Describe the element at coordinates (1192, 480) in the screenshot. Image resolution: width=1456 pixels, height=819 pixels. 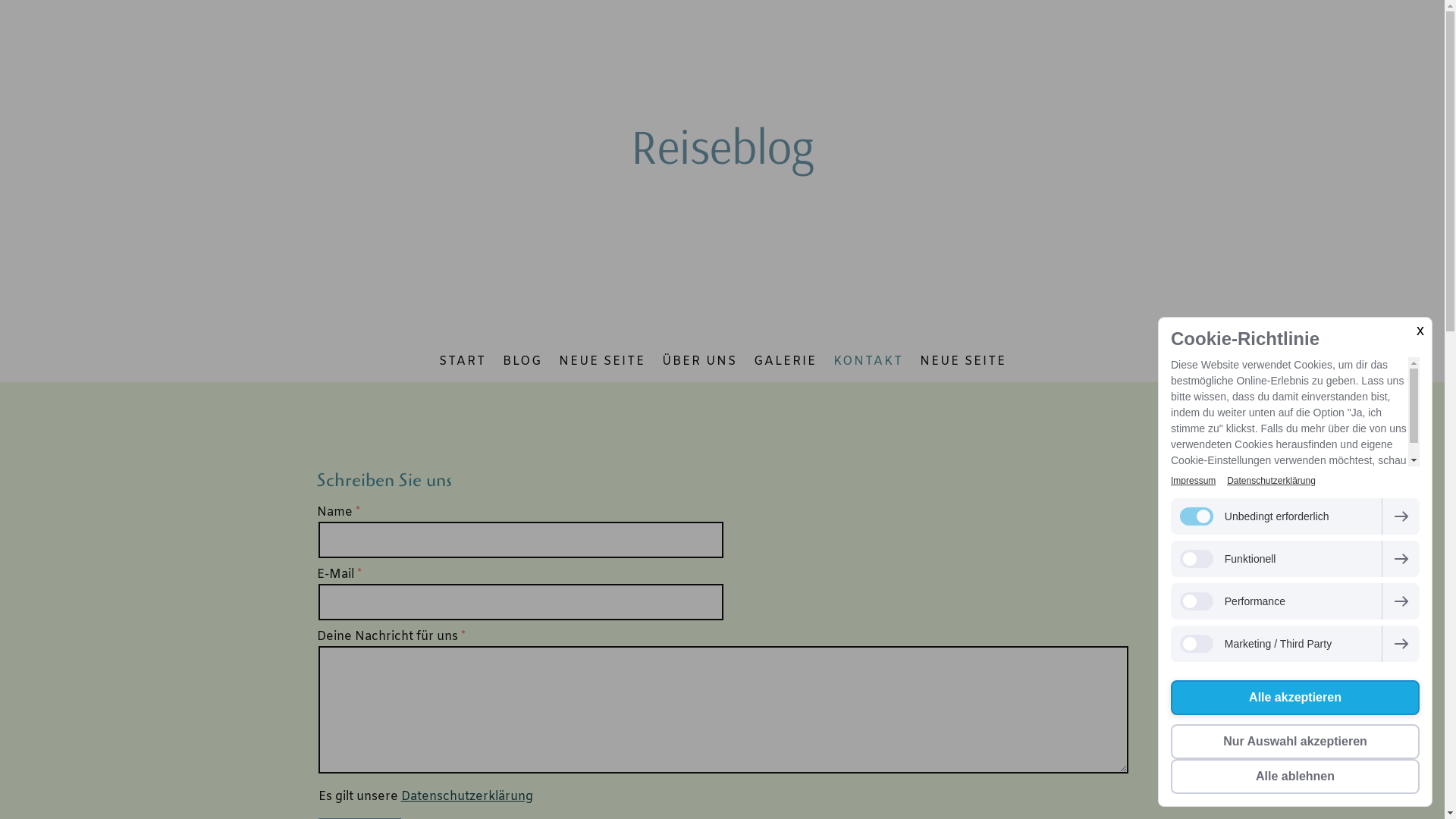
I see `'Impressum'` at that location.